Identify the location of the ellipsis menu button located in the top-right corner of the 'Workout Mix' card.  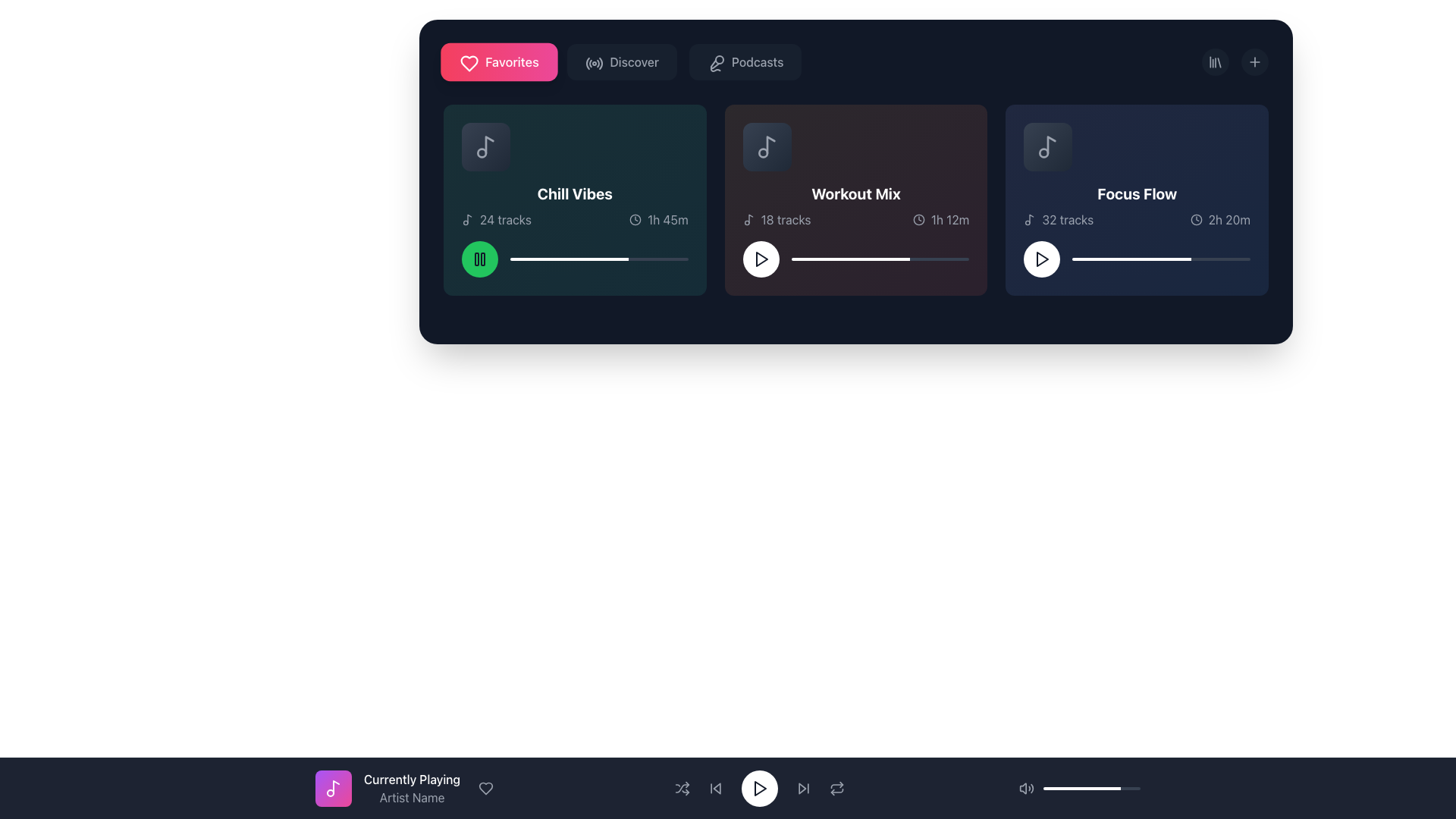
(955, 136).